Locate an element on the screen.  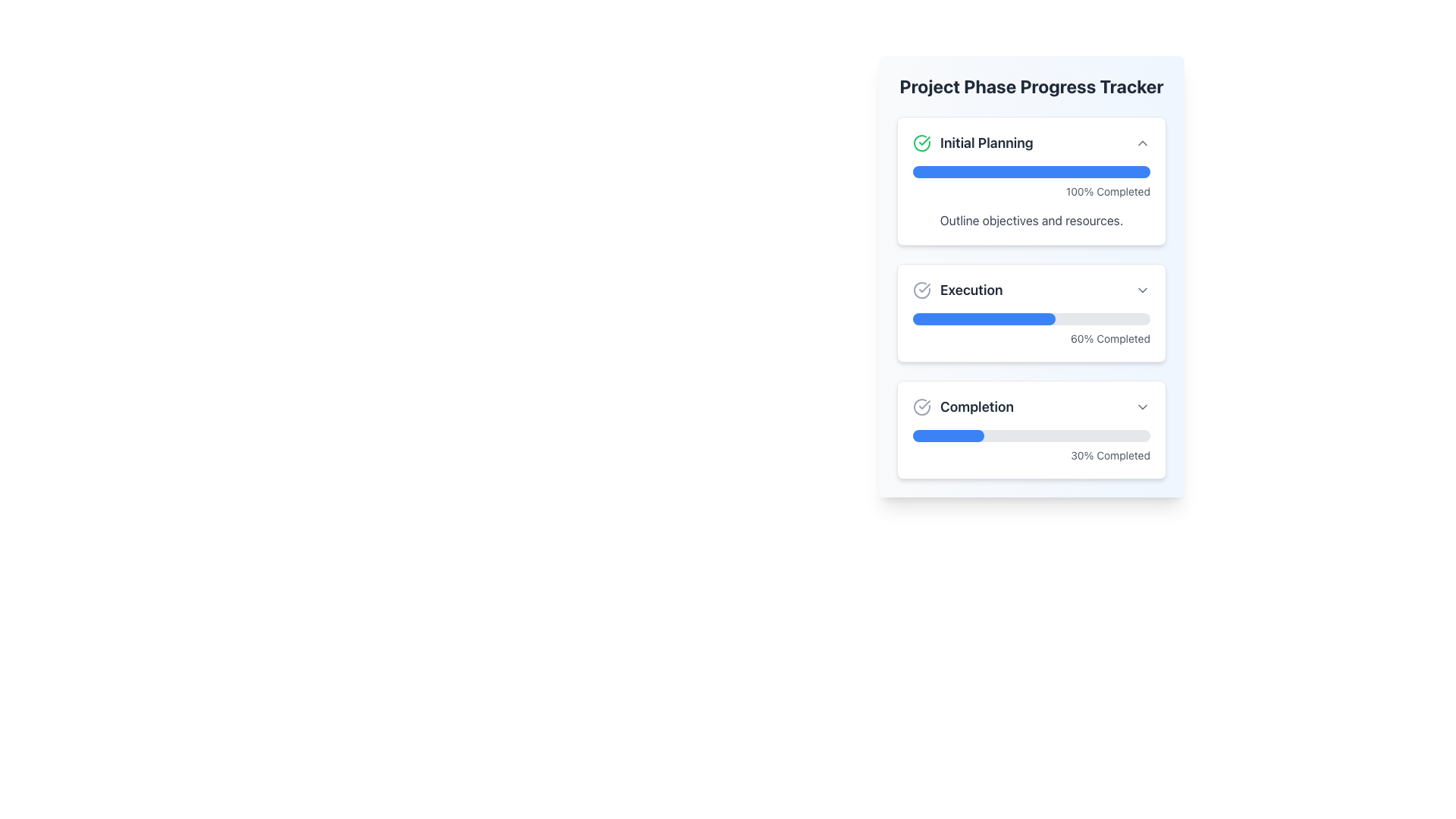
the completion indicator icon is located at coordinates (921, 143).